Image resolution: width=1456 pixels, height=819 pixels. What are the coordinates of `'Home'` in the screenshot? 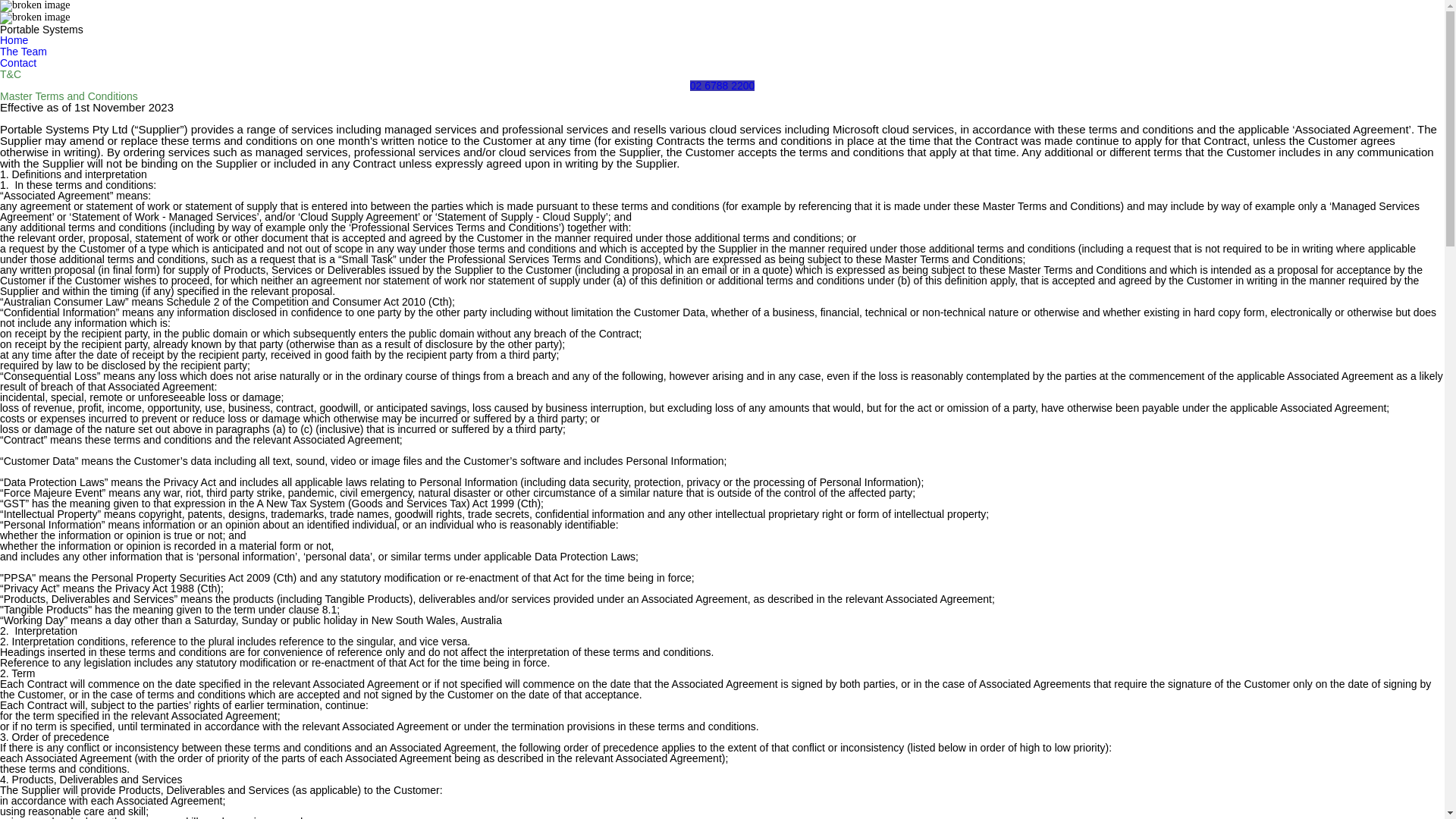 It's located at (14, 39).